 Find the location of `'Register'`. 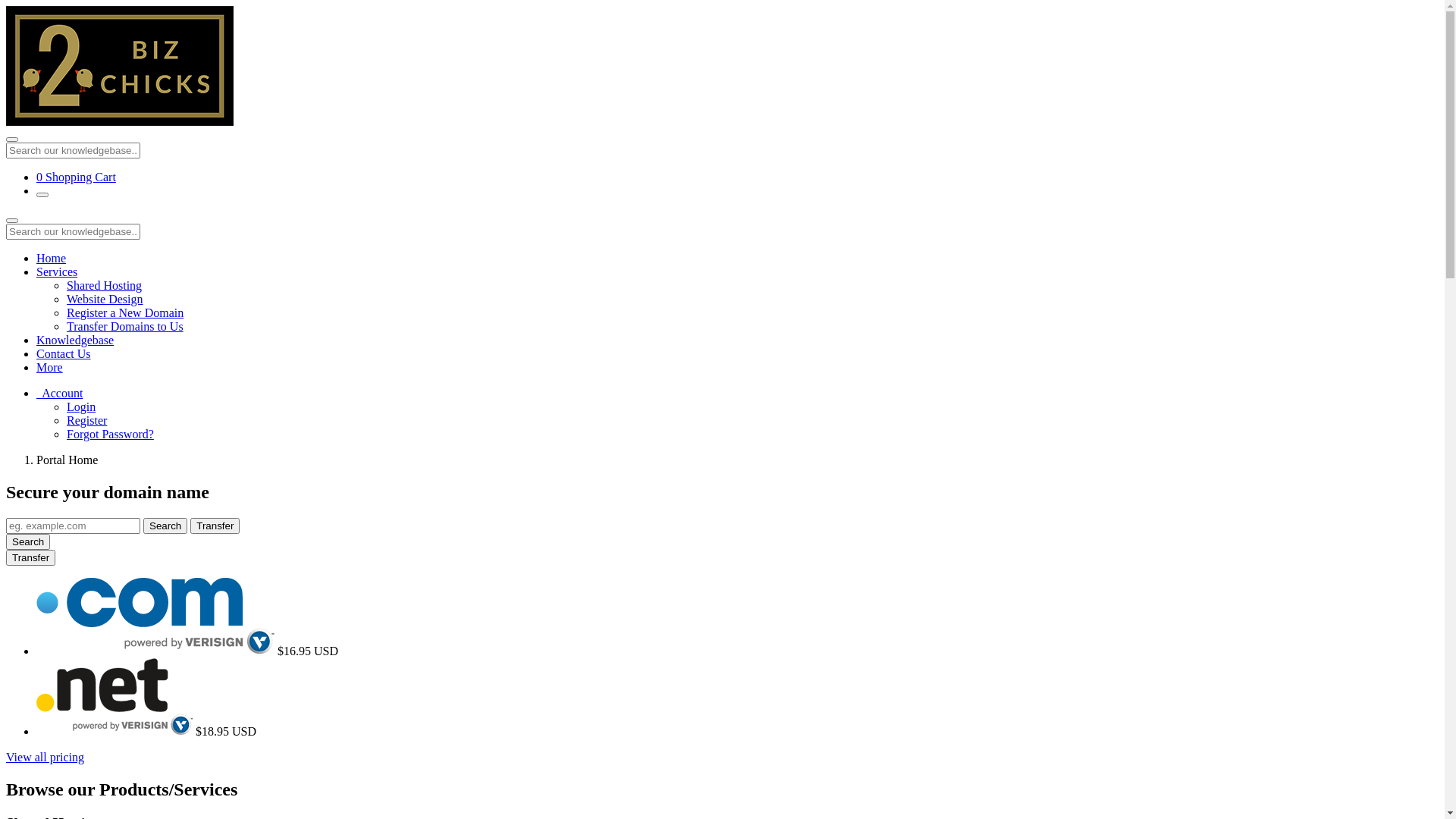

'Register' is located at coordinates (65, 420).